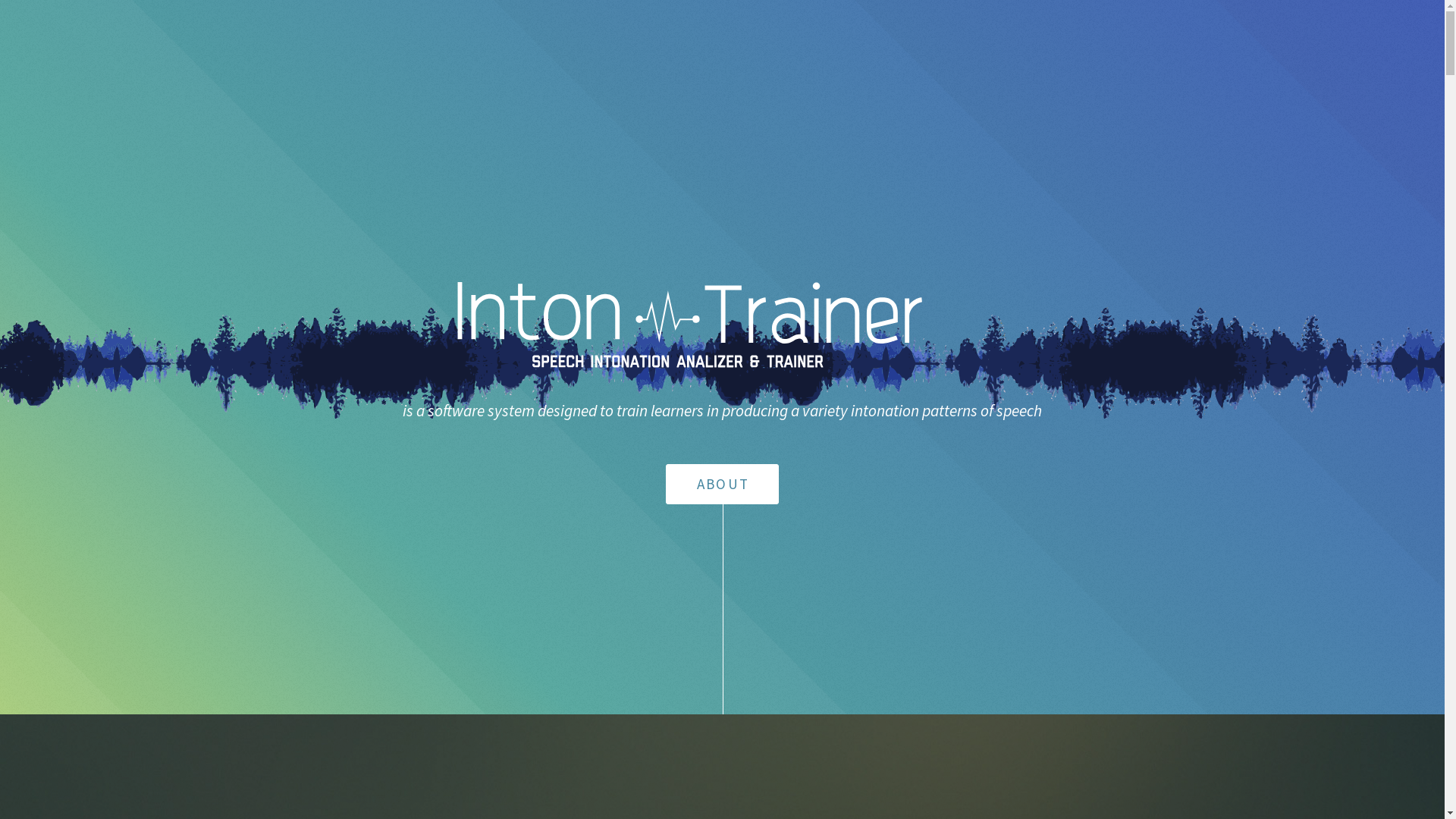  I want to click on 'ABOUT', so click(721, 484).